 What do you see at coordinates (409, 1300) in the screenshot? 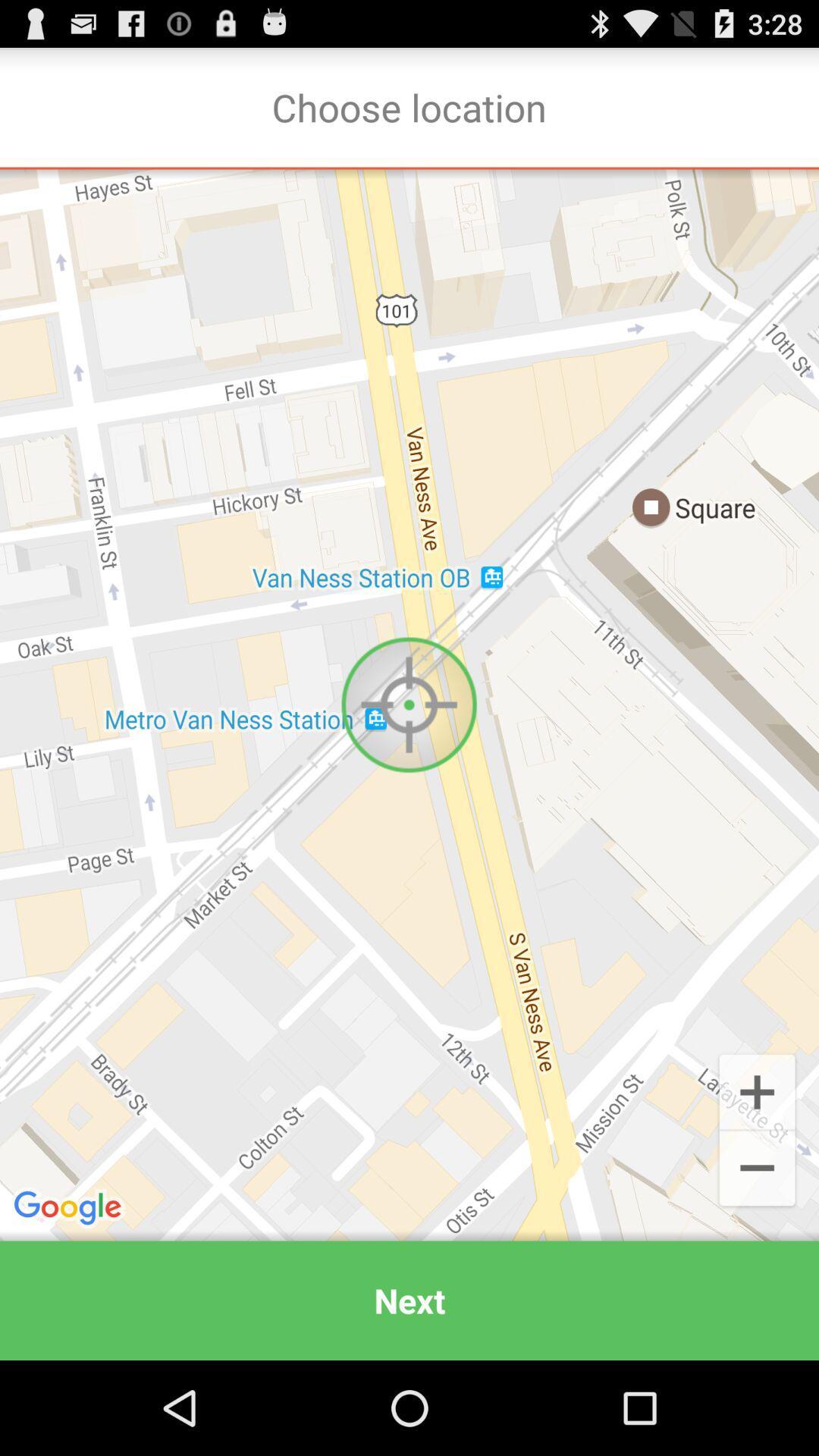
I see `next icon` at bounding box center [409, 1300].